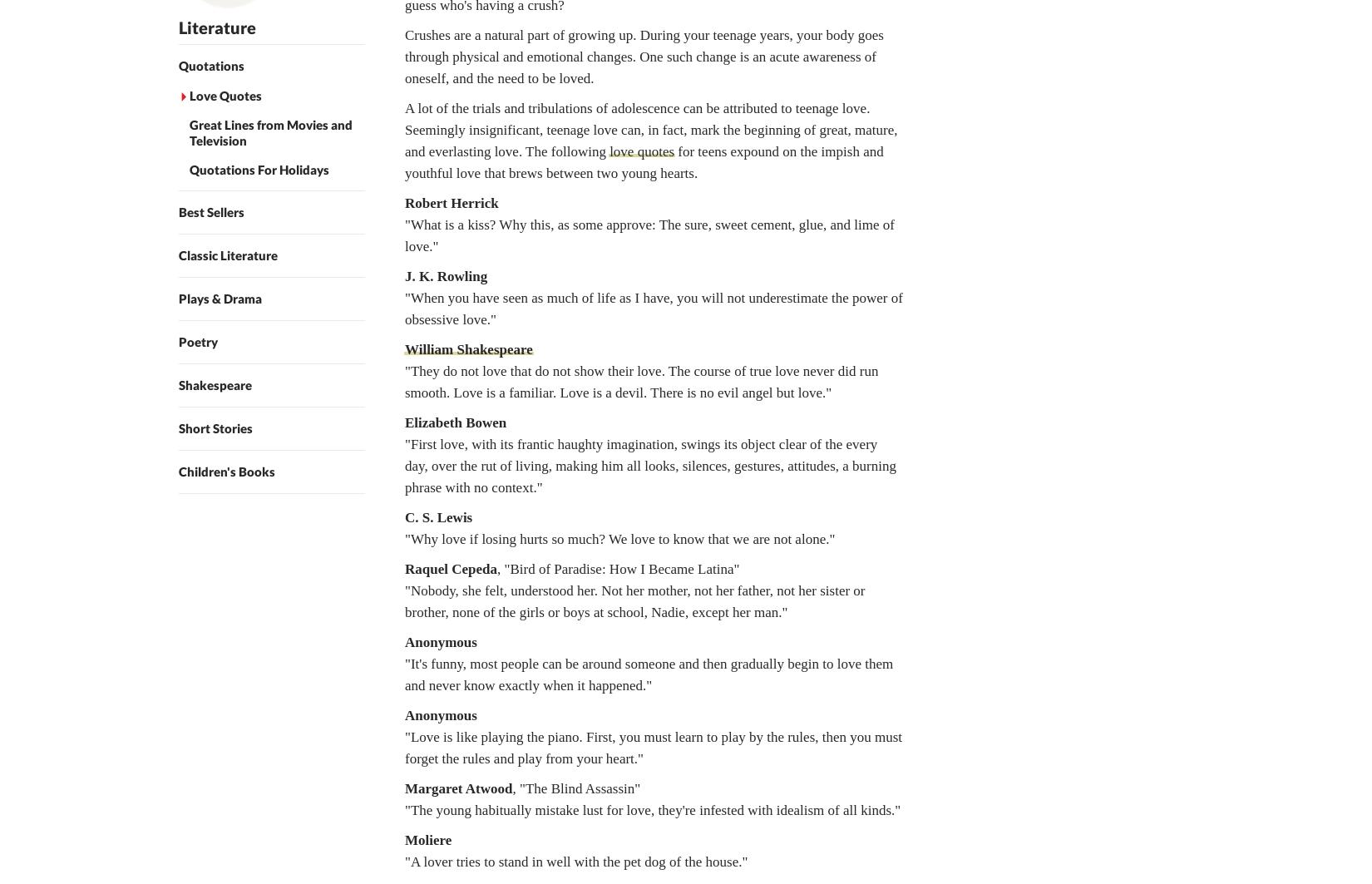 This screenshot has height=884, width=1372. I want to click on 'Moliere', so click(427, 839).